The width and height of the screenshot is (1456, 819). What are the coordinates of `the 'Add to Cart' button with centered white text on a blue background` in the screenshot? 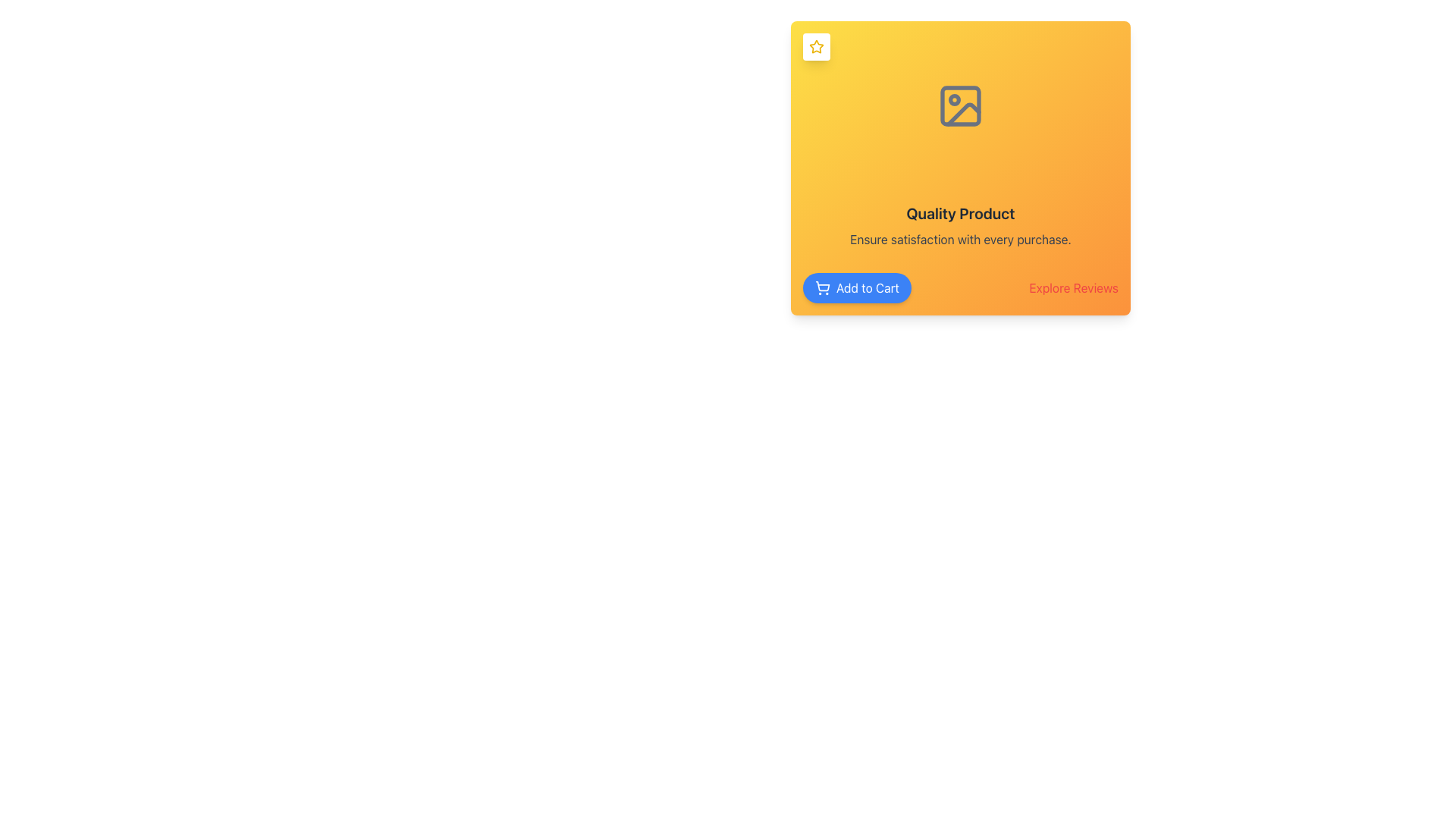 It's located at (857, 288).